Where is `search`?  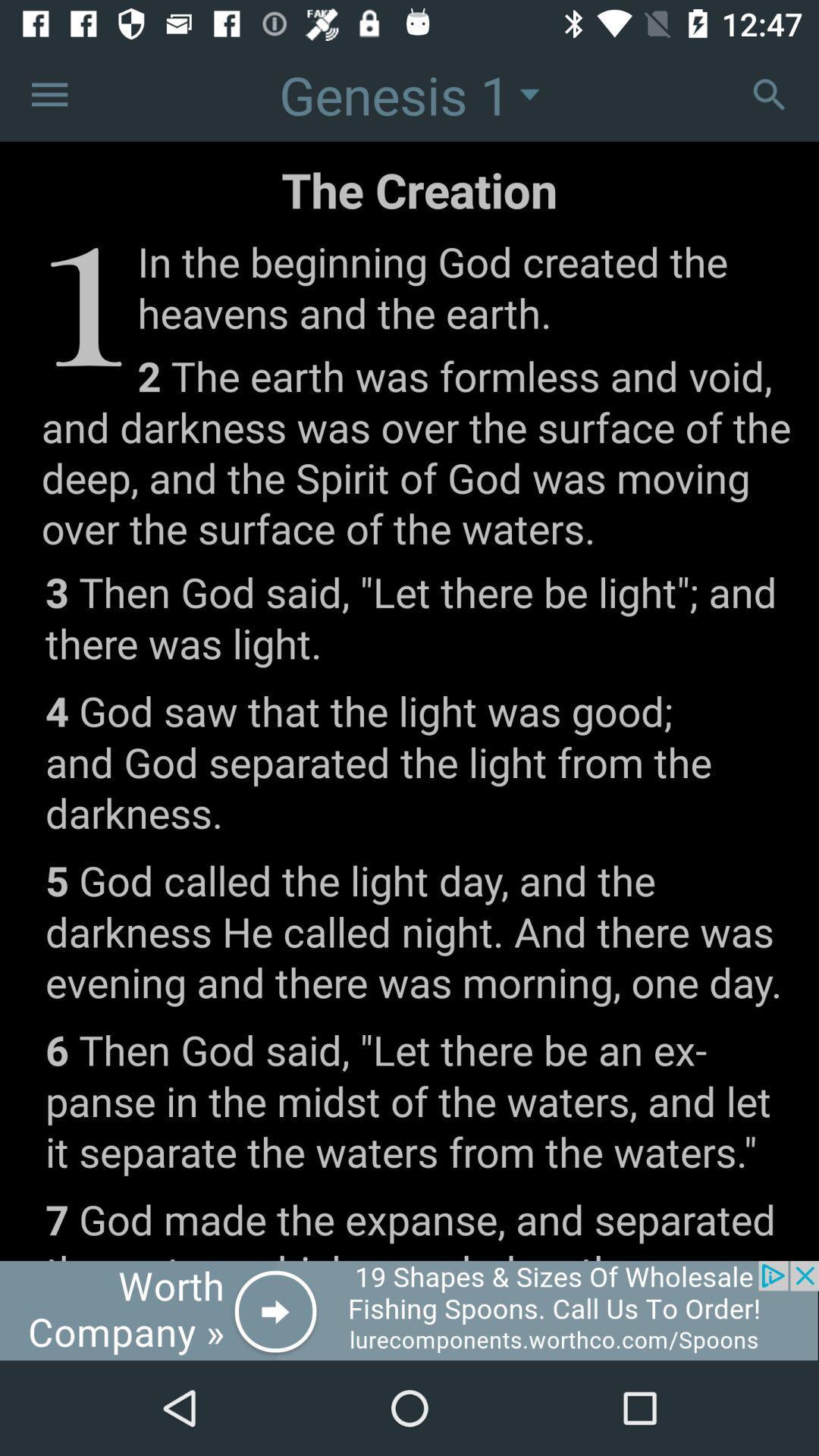 search is located at coordinates (769, 93).